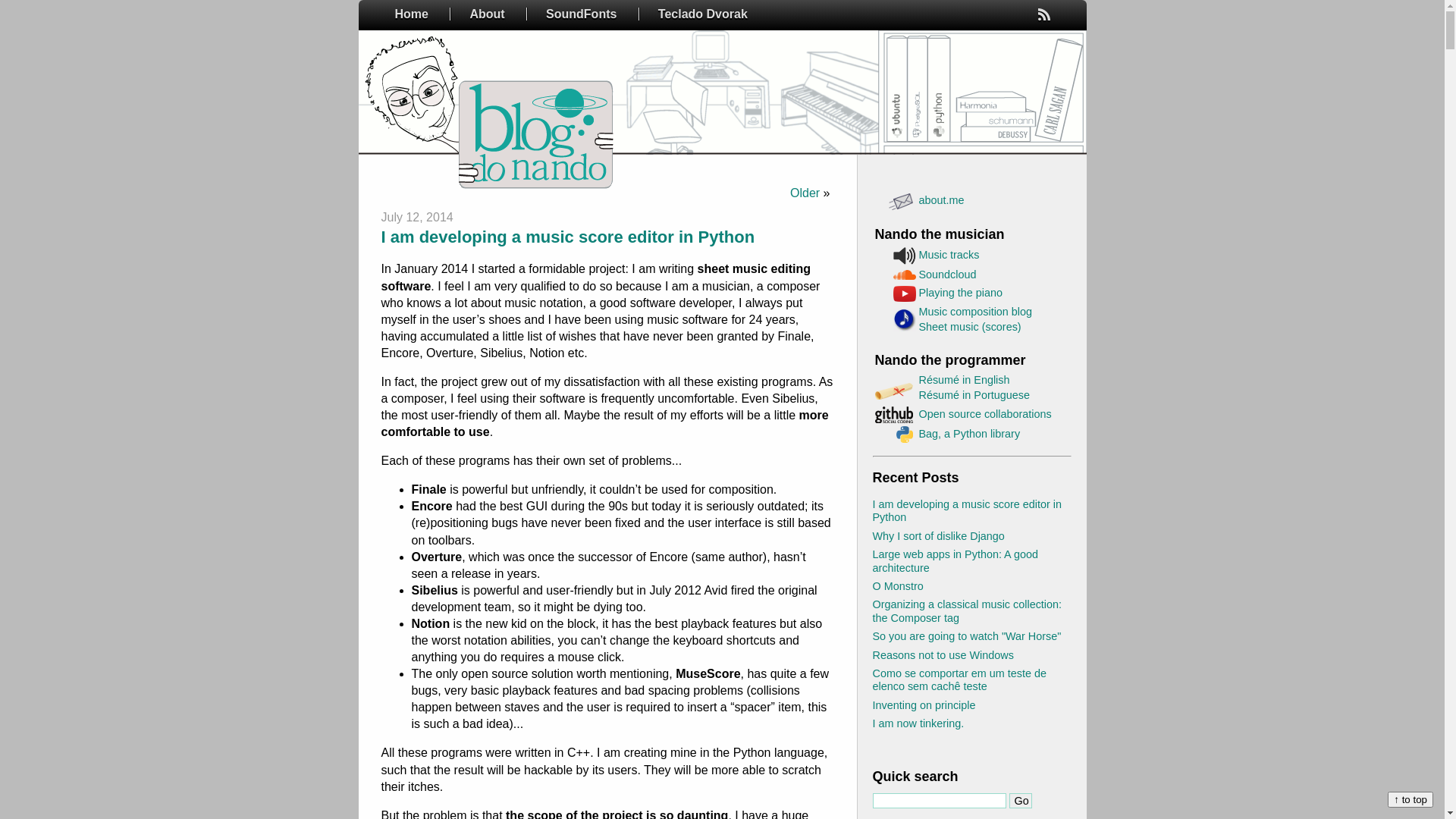 The width and height of the screenshot is (1456, 819). What do you see at coordinates (953, 560) in the screenshot?
I see `'Large web apps in Python: A good architecture'` at bounding box center [953, 560].